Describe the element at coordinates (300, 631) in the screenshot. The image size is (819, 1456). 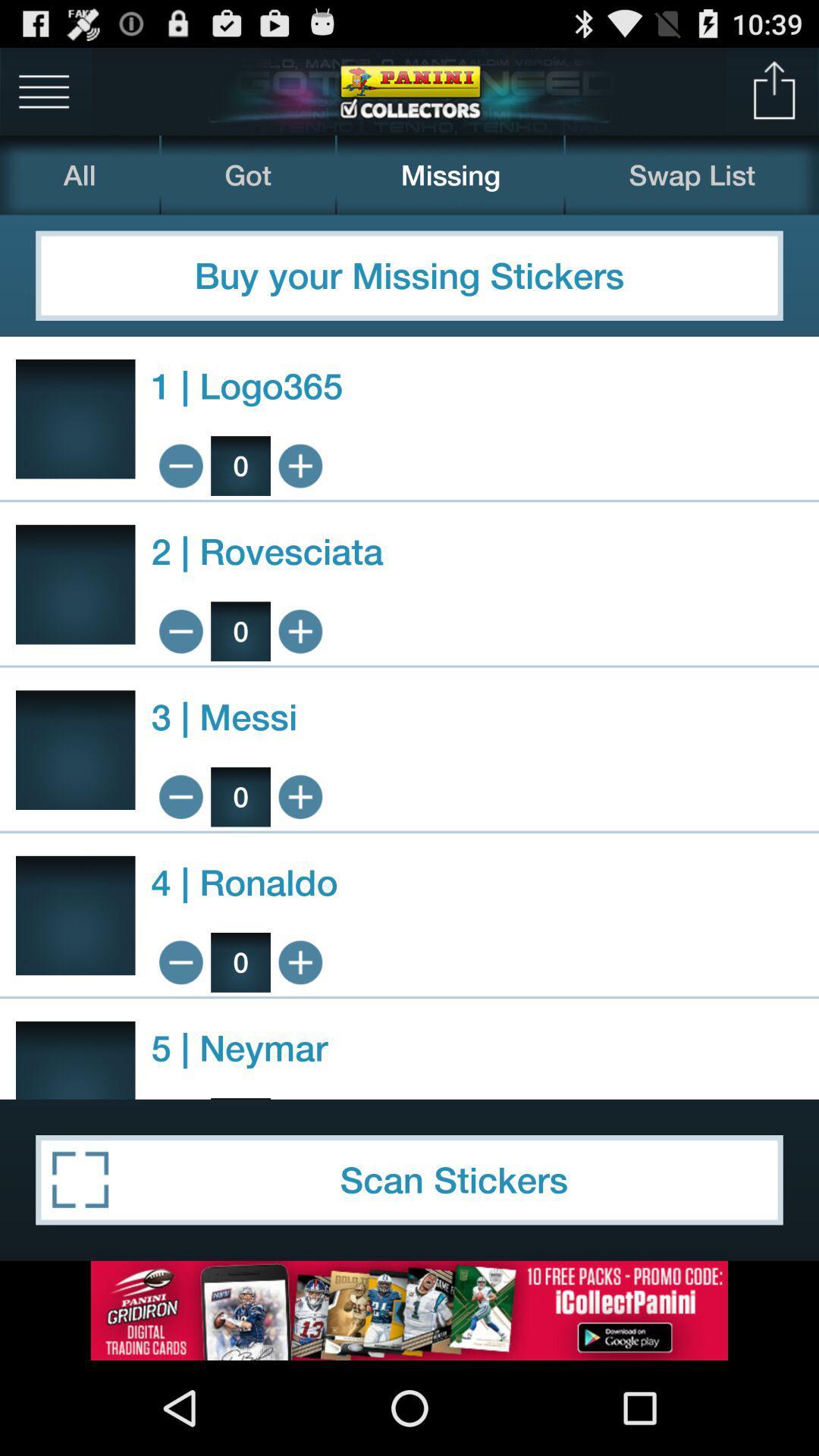
I see `sticker add icon` at that location.